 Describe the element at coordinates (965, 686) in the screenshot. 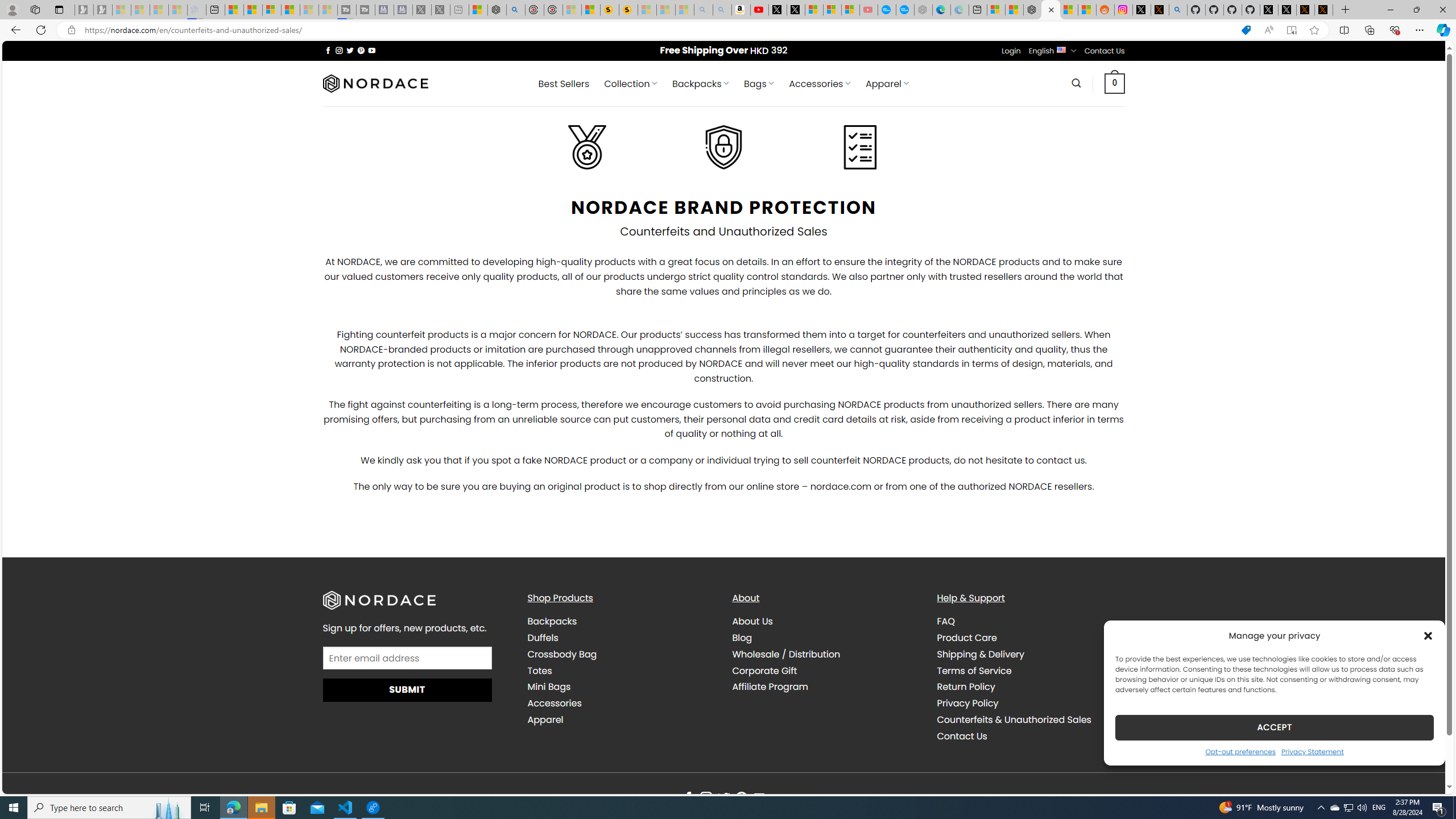

I see `'Return Policy'` at that location.